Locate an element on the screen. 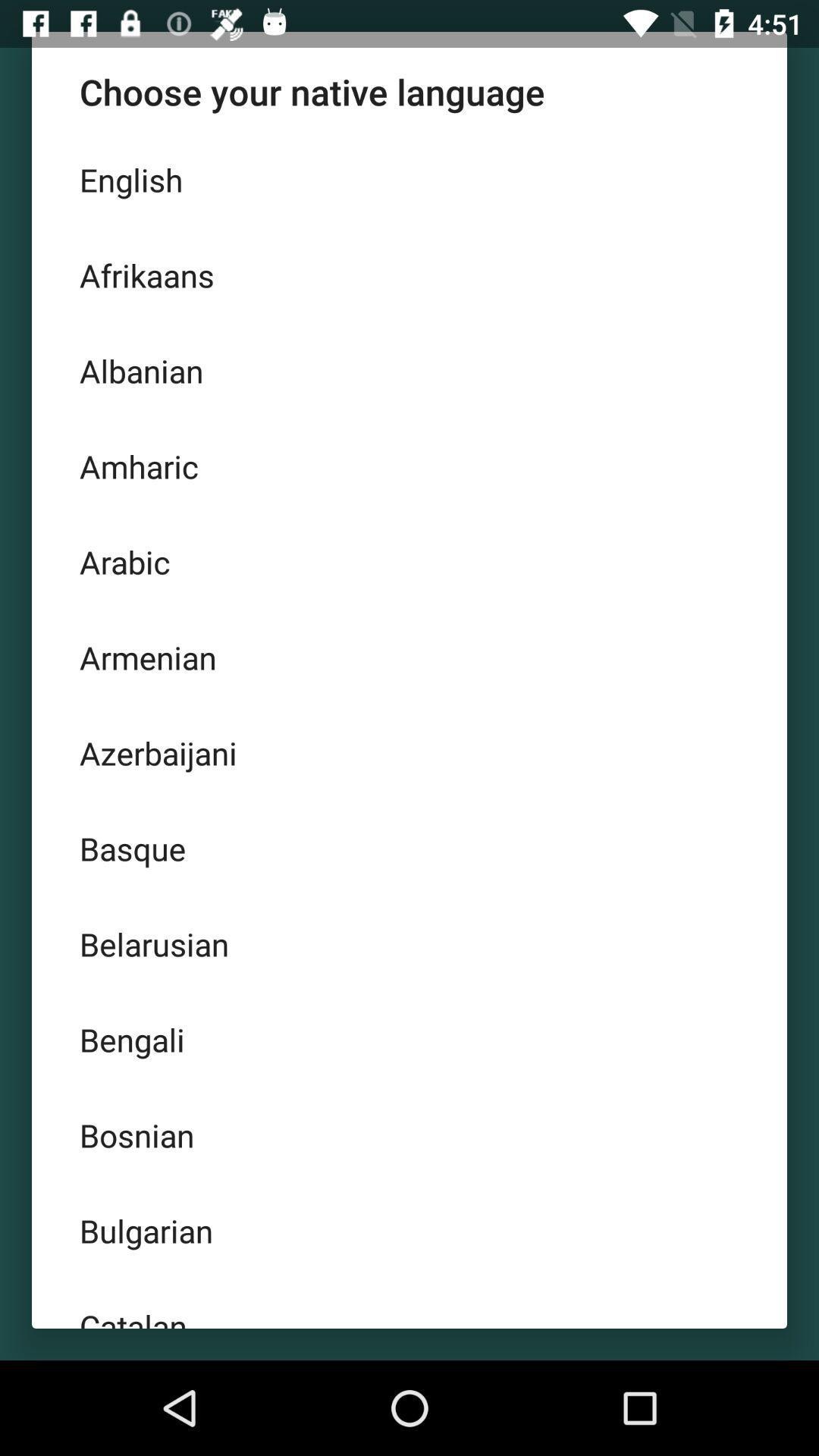  the item below the armenian icon is located at coordinates (409, 753).